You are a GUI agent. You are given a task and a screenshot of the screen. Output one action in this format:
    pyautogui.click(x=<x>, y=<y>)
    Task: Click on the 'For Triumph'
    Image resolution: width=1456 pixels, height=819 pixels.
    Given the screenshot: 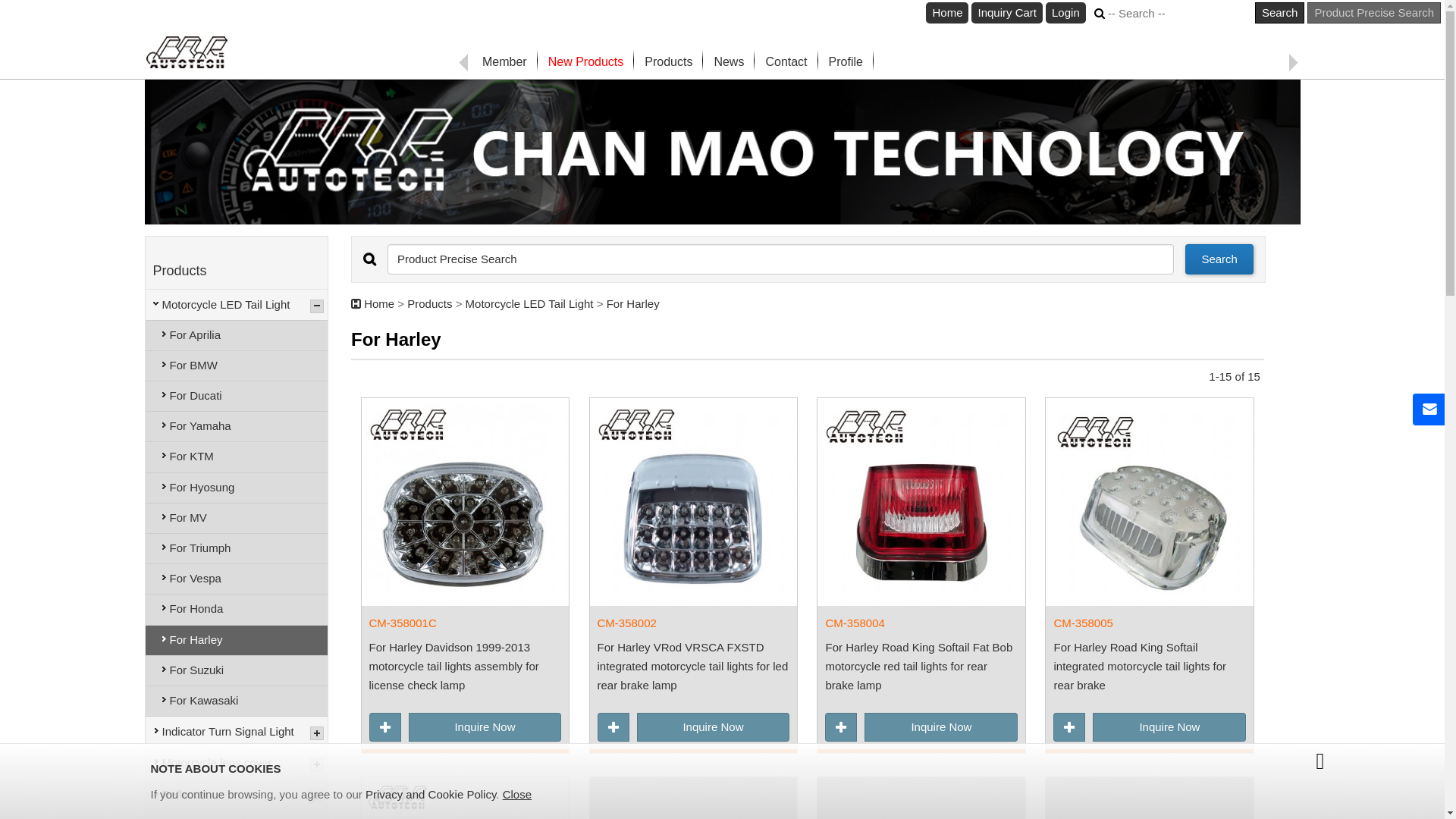 What is the action you would take?
    pyautogui.click(x=146, y=548)
    